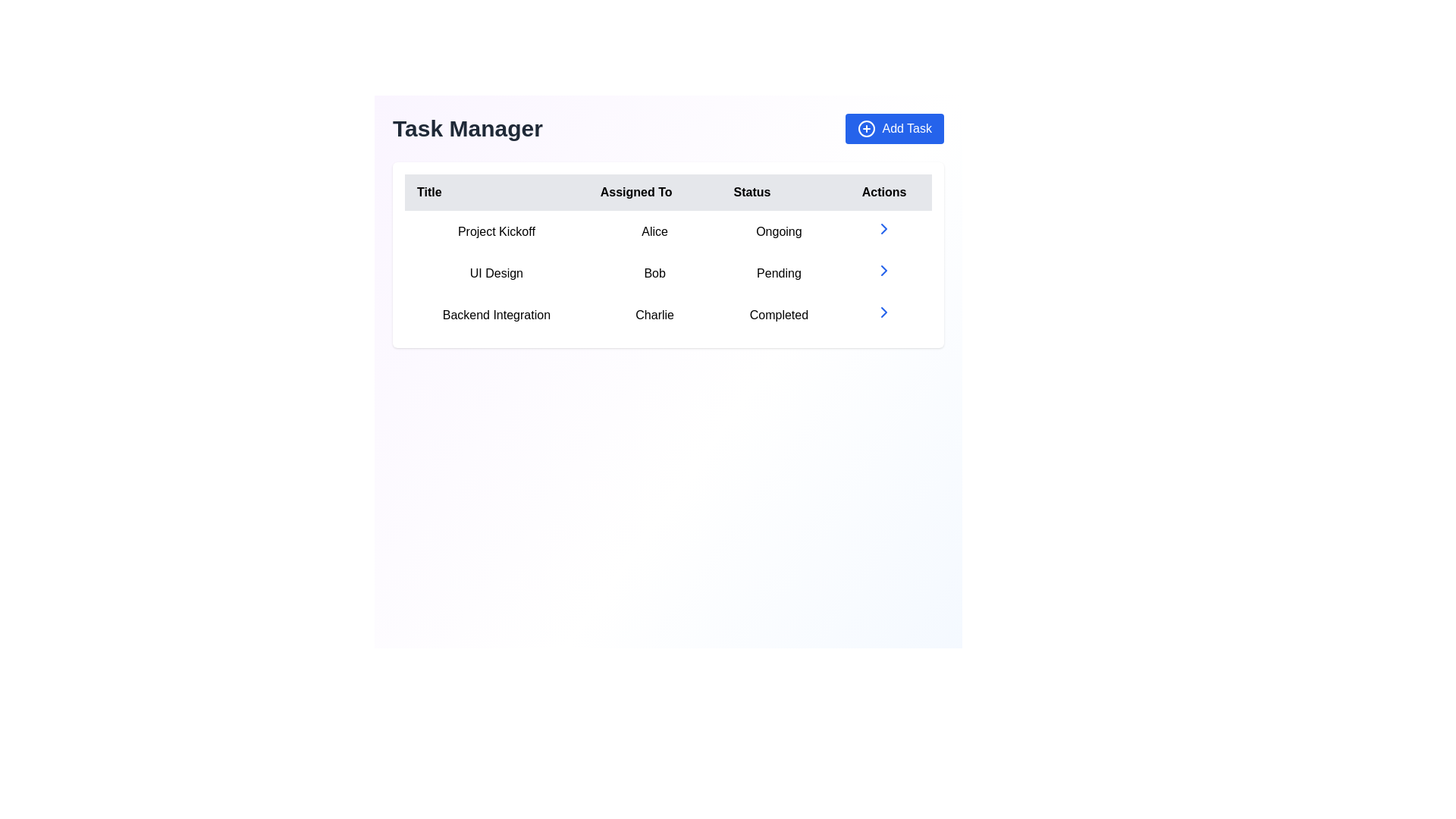  Describe the element at coordinates (496, 273) in the screenshot. I see `the 'UI Design' label in the second row of the table under the 'Title' column` at that location.